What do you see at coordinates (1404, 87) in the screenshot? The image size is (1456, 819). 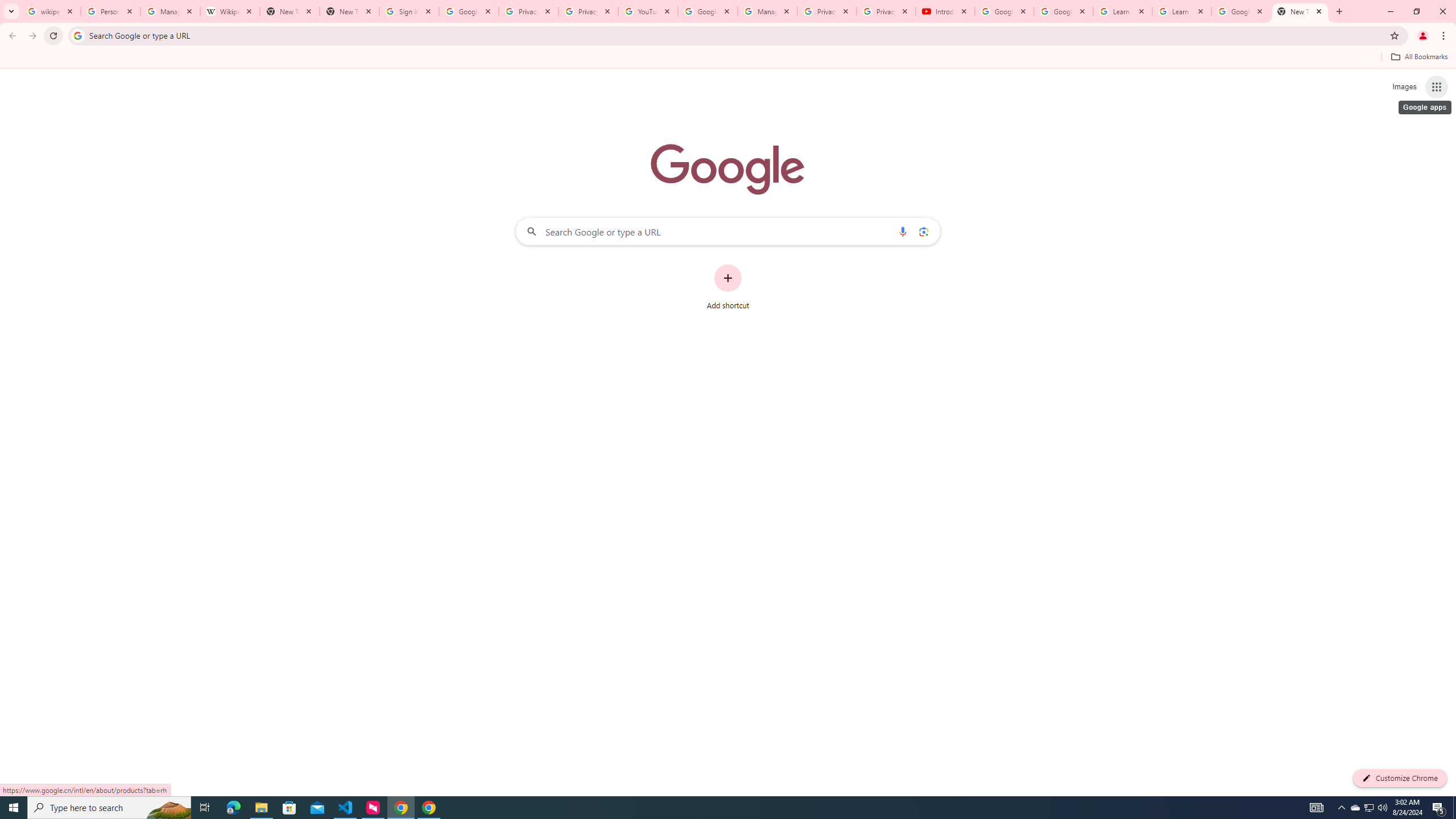 I see `'Search for Images '` at bounding box center [1404, 87].